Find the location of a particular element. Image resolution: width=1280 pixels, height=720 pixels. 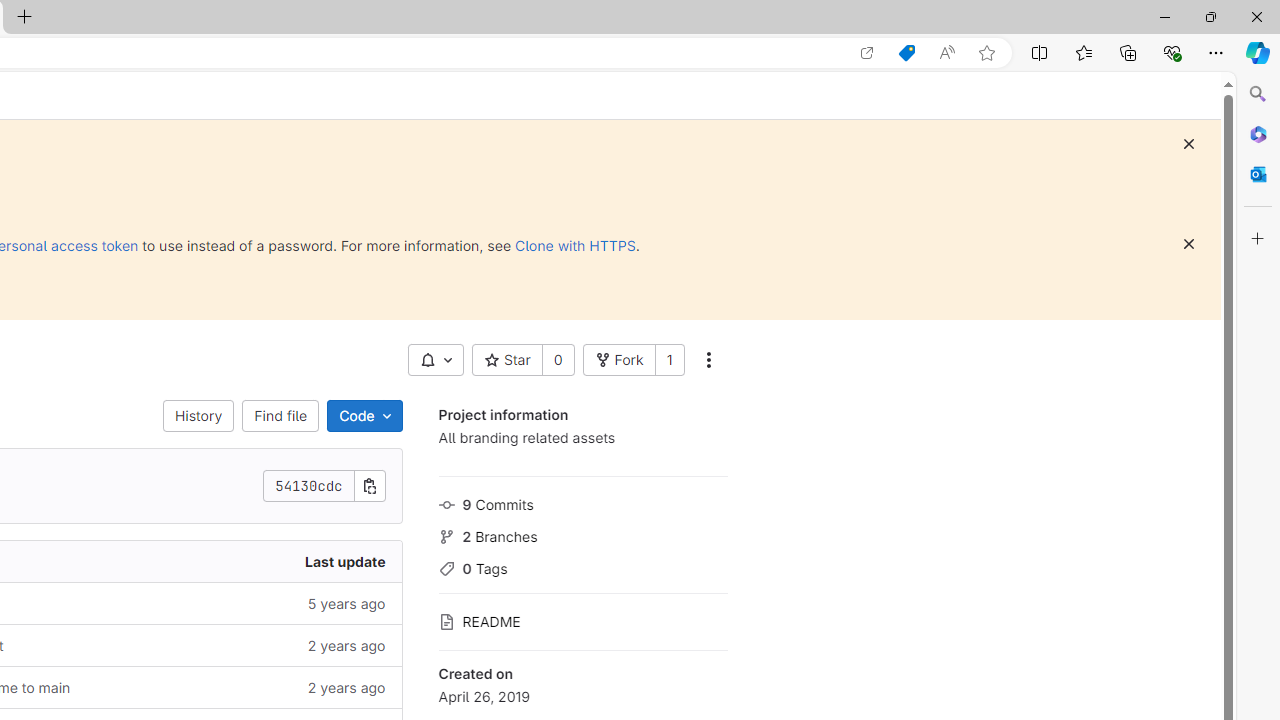

'More actions' is located at coordinates (708, 360).